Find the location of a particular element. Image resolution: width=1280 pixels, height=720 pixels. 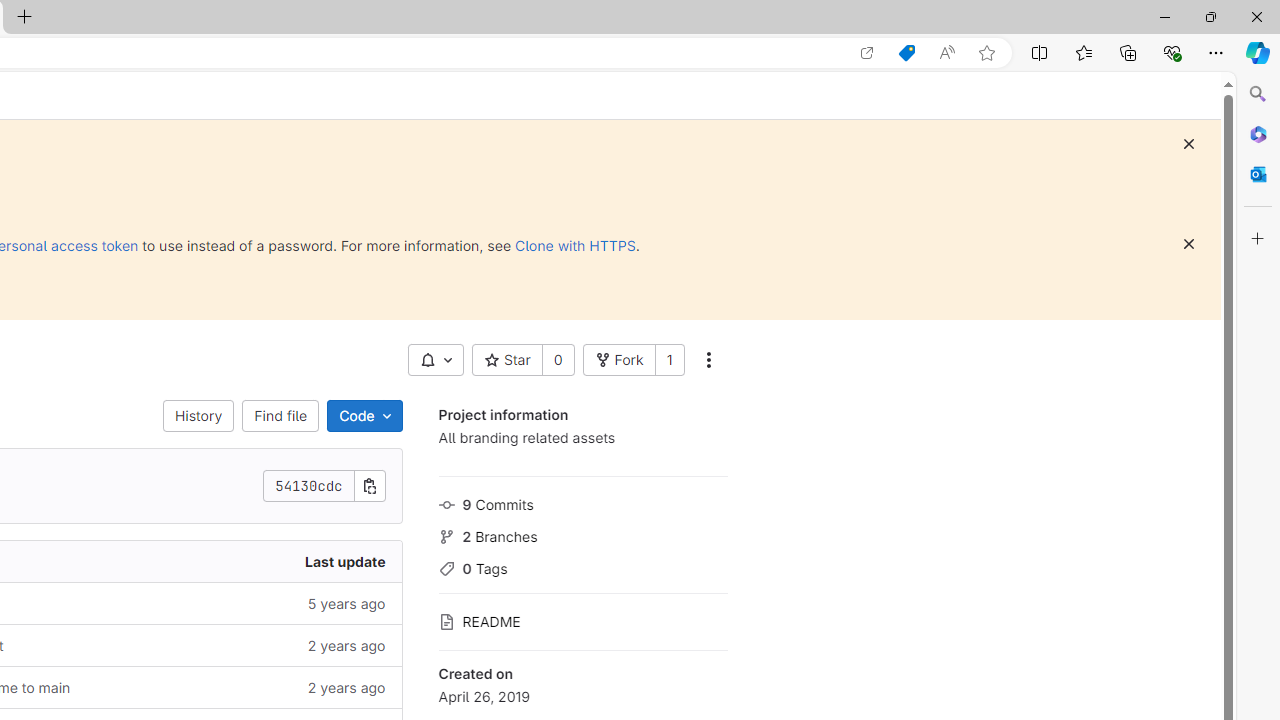

'More actions' is located at coordinates (708, 360).